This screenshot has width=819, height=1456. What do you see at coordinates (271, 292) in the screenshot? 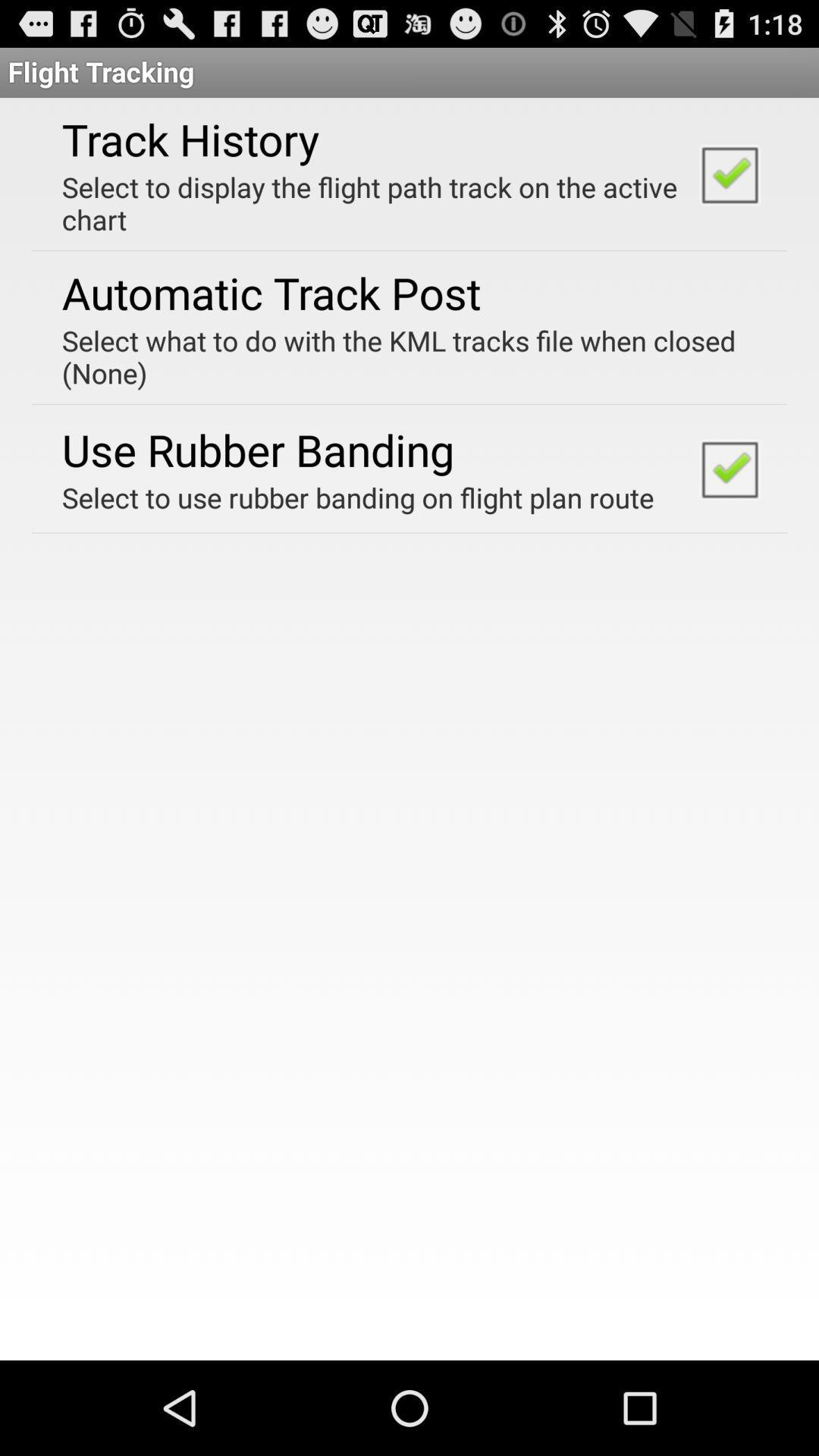
I see `the item above the select what to` at bounding box center [271, 292].